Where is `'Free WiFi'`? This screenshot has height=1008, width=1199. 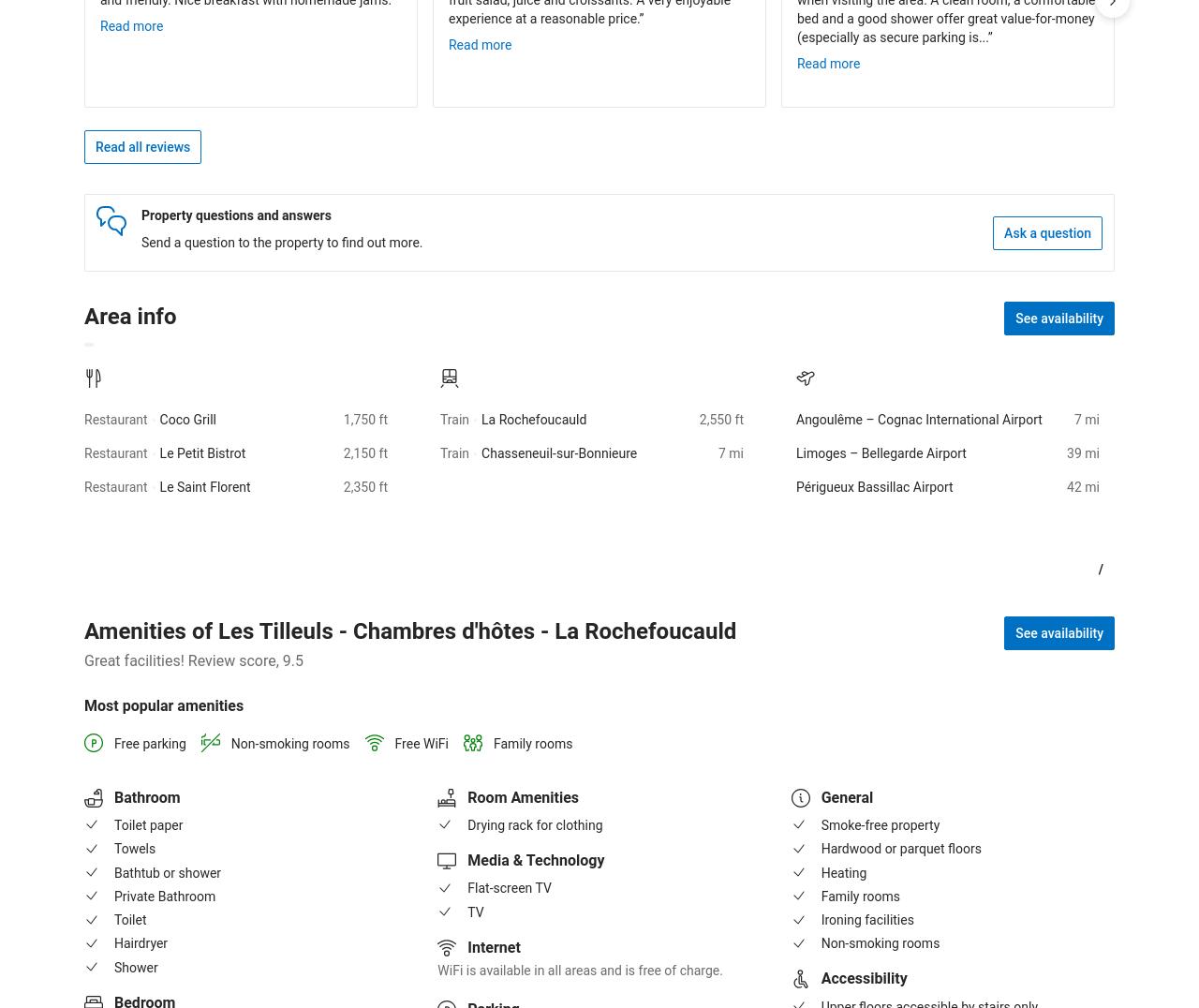
'Free WiFi' is located at coordinates (421, 743).